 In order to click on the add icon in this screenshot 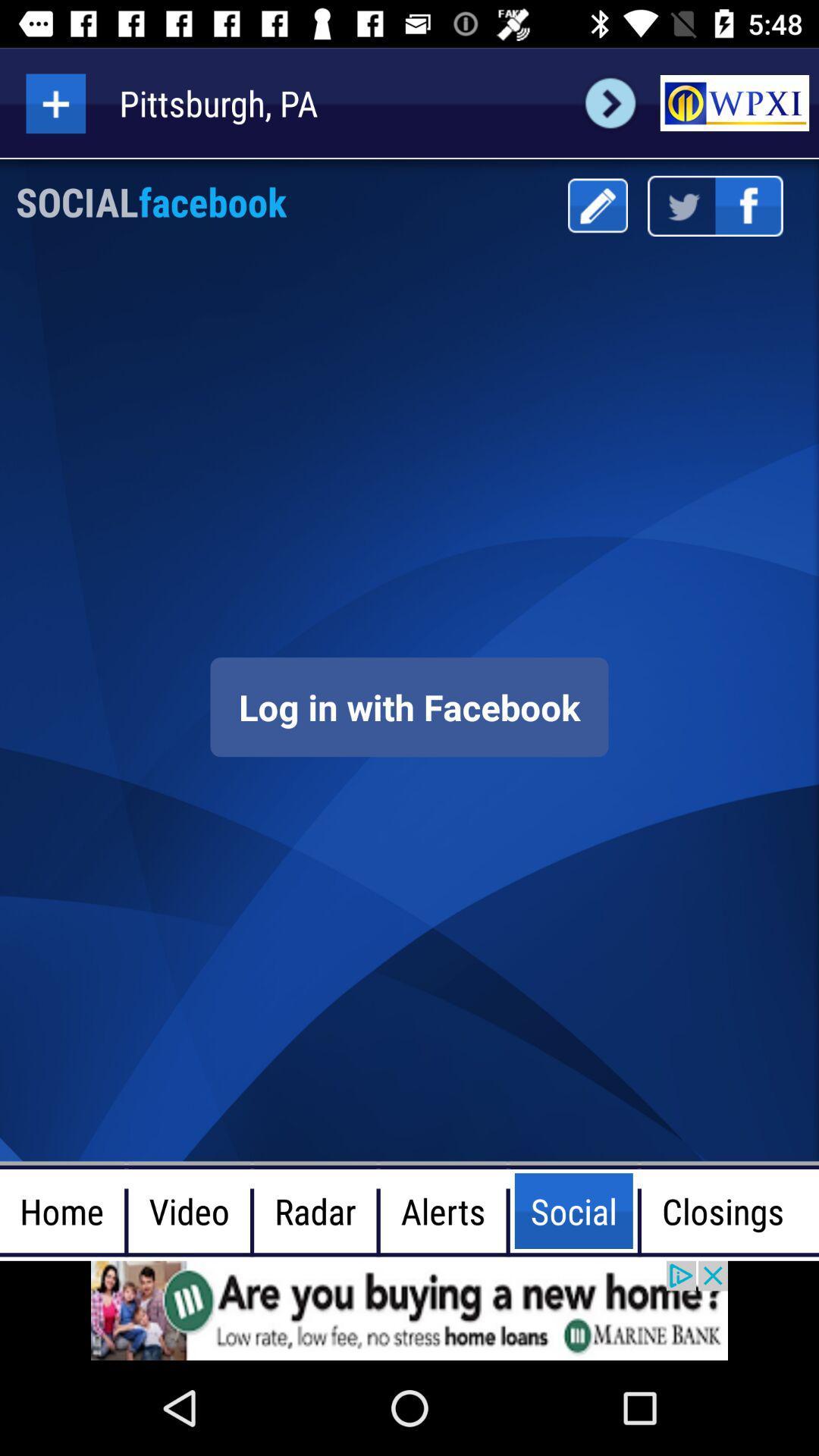, I will do `click(55, 102)`.